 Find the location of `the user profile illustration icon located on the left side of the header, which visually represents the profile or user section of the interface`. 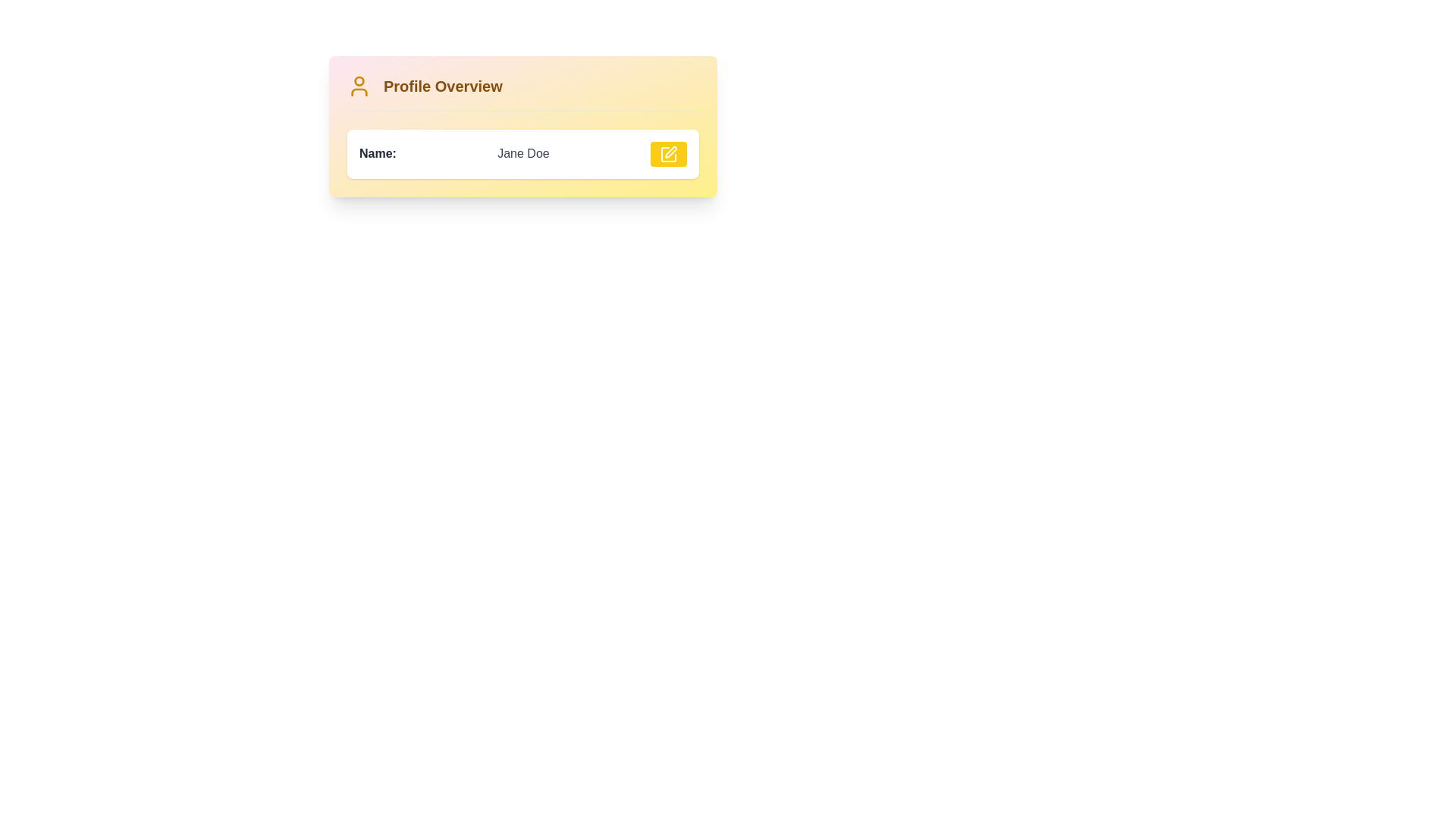

the user profile illustration icon located on the left side of the header, which visually represents the profile or user section of the interface is located at coordinates (359, 86).